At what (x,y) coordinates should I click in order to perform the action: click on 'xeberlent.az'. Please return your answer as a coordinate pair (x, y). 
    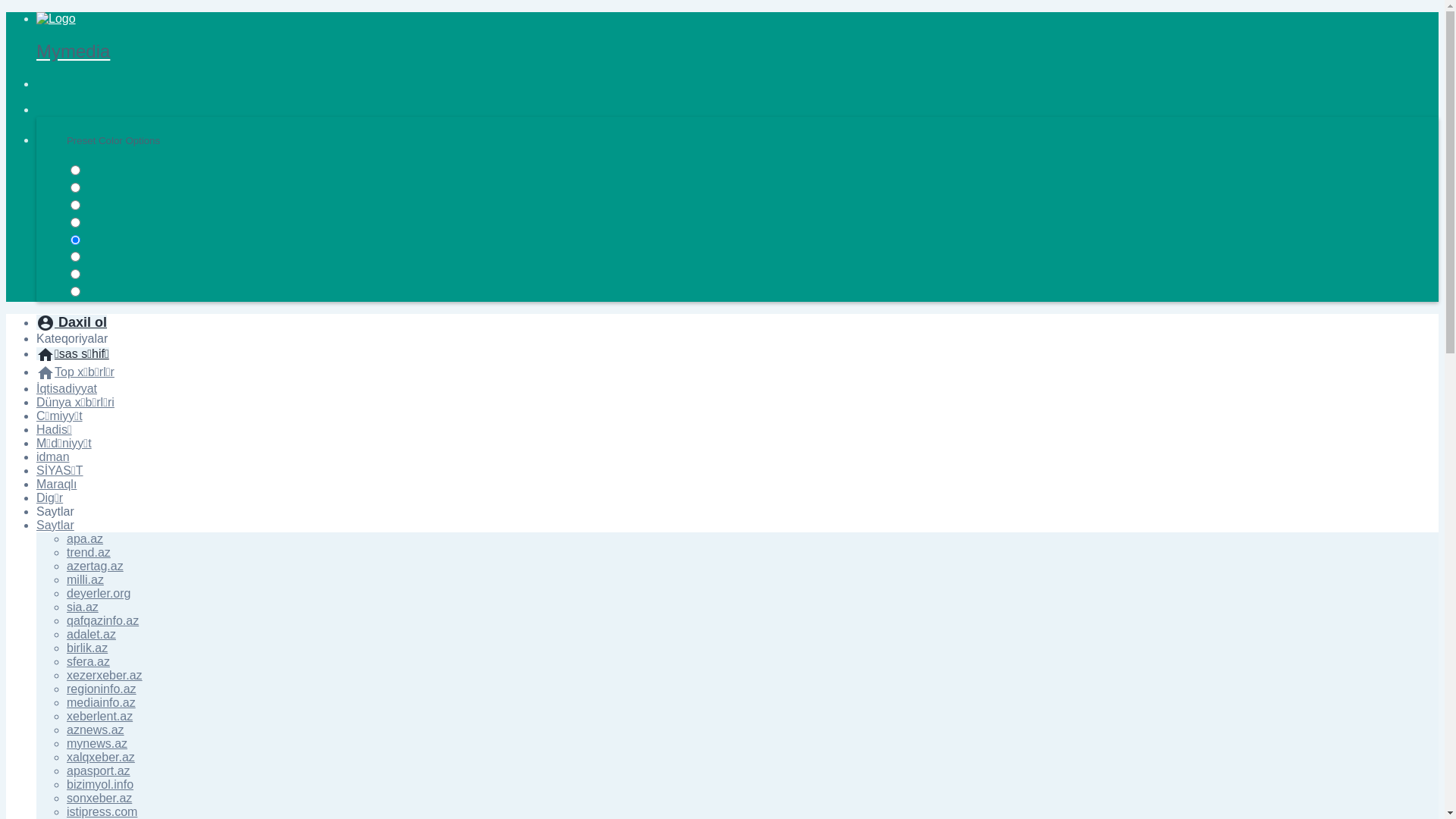
    Looking at the image, I should click on (65, 716).